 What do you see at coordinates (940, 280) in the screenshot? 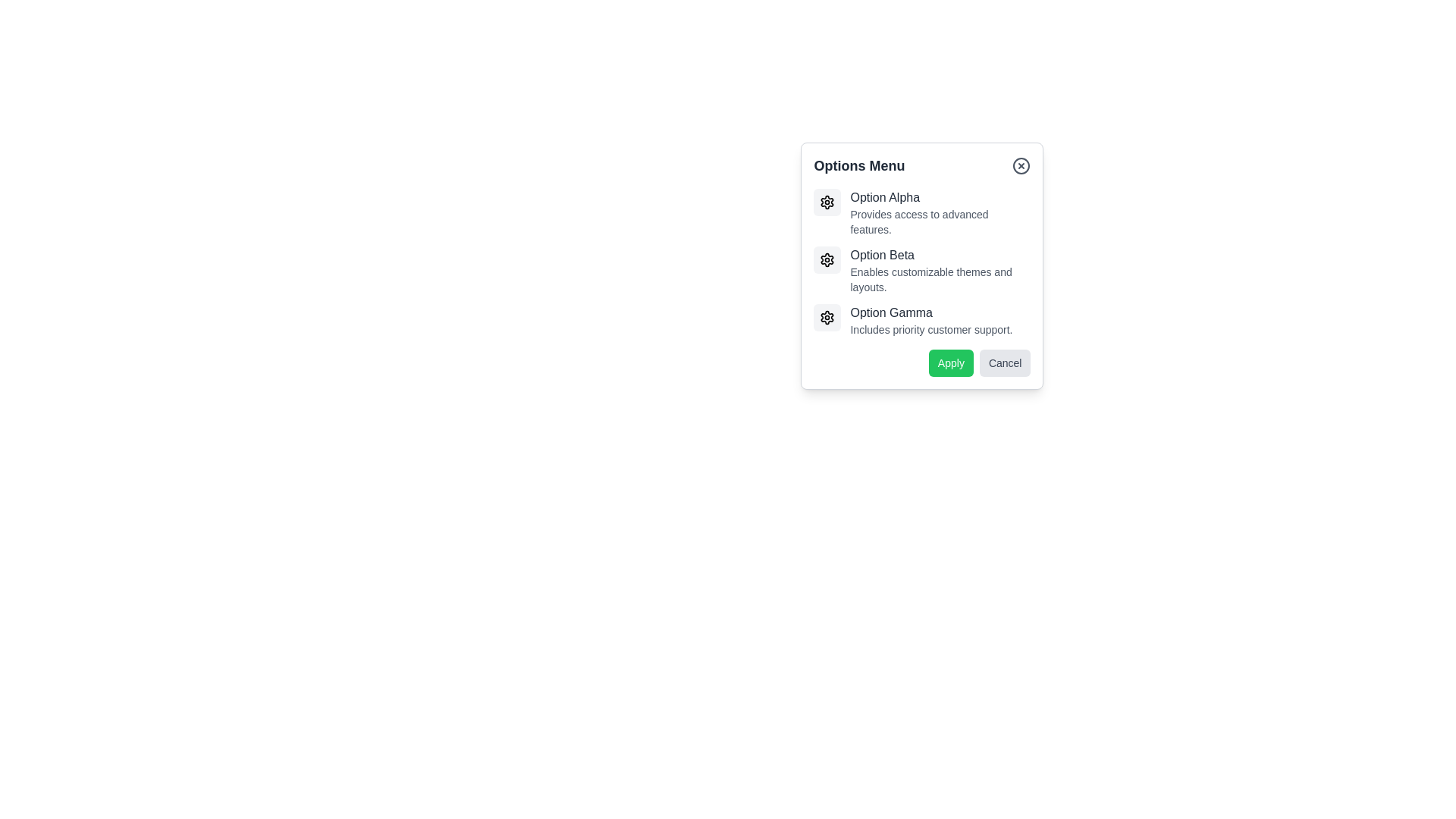
I see `the static text label stating 'Enables customizable themes and layouts.', located under the main title 'Option Beta' in the central options menu dialog` at bounding box center [940, 280].